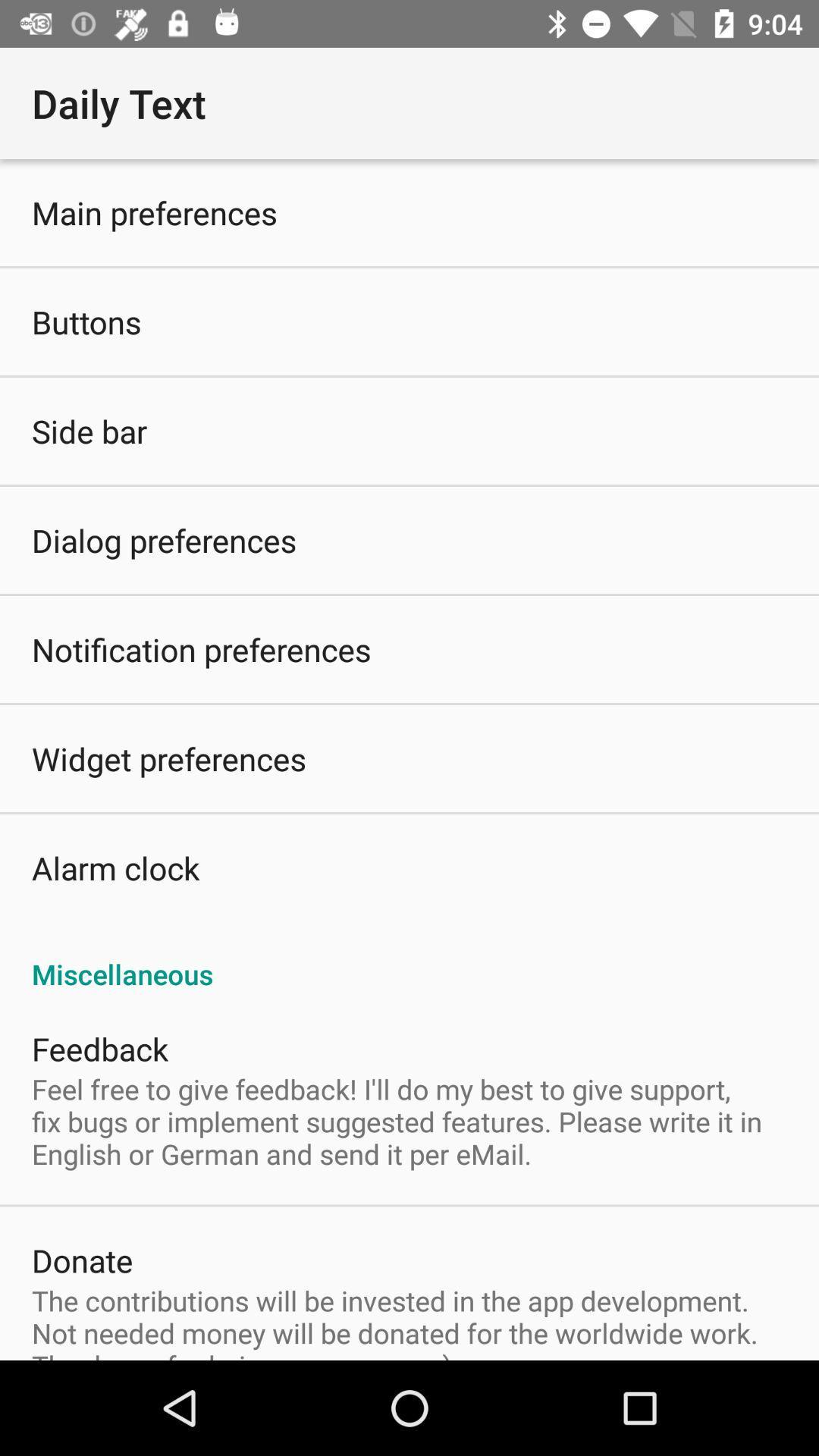  Describe the element at coordinates (115, 868) in the screenshot. I see `alarm clock item` at that location.